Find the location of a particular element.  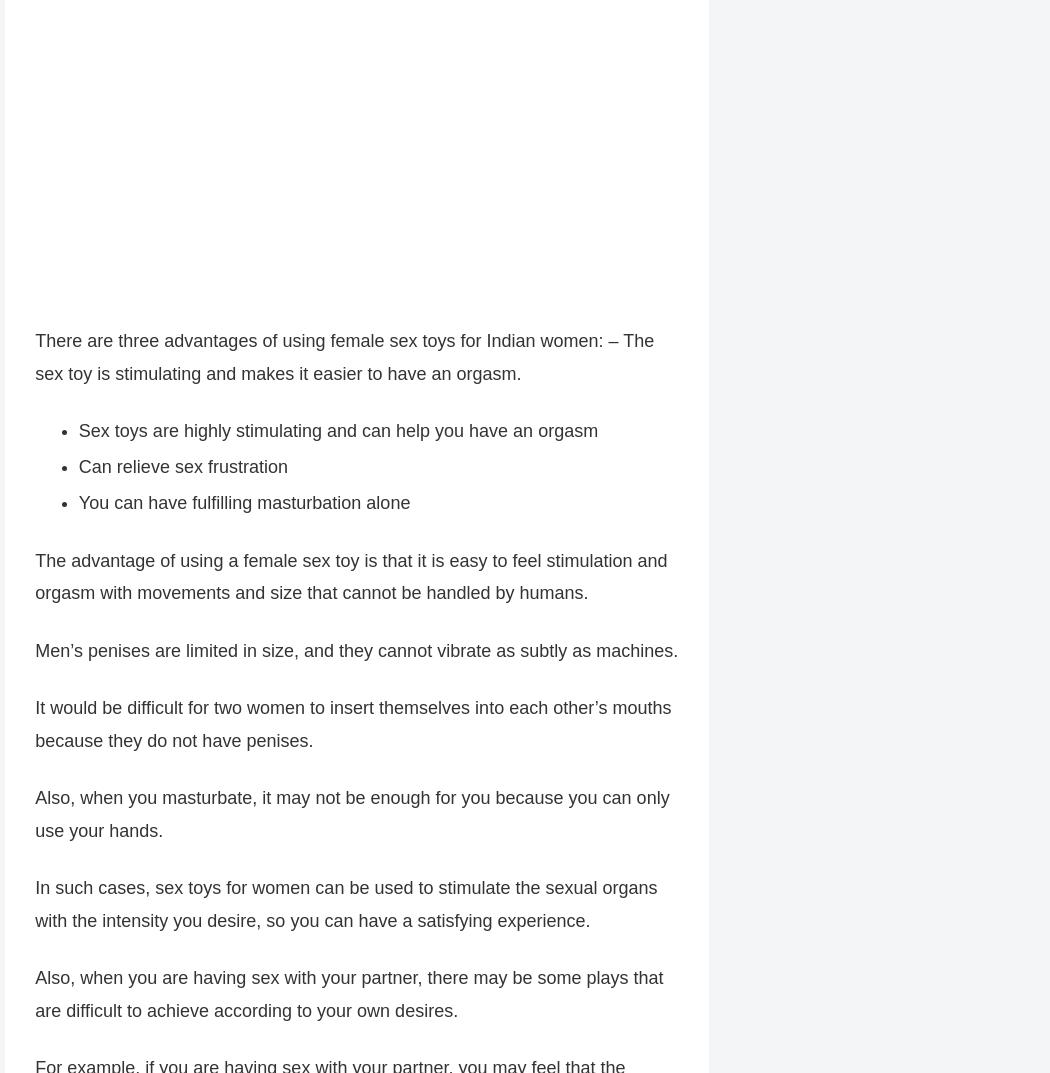

'Also, when you masturbate, it may not be enough for you because you can only use your hands.' is located at coordinates (350, 816).